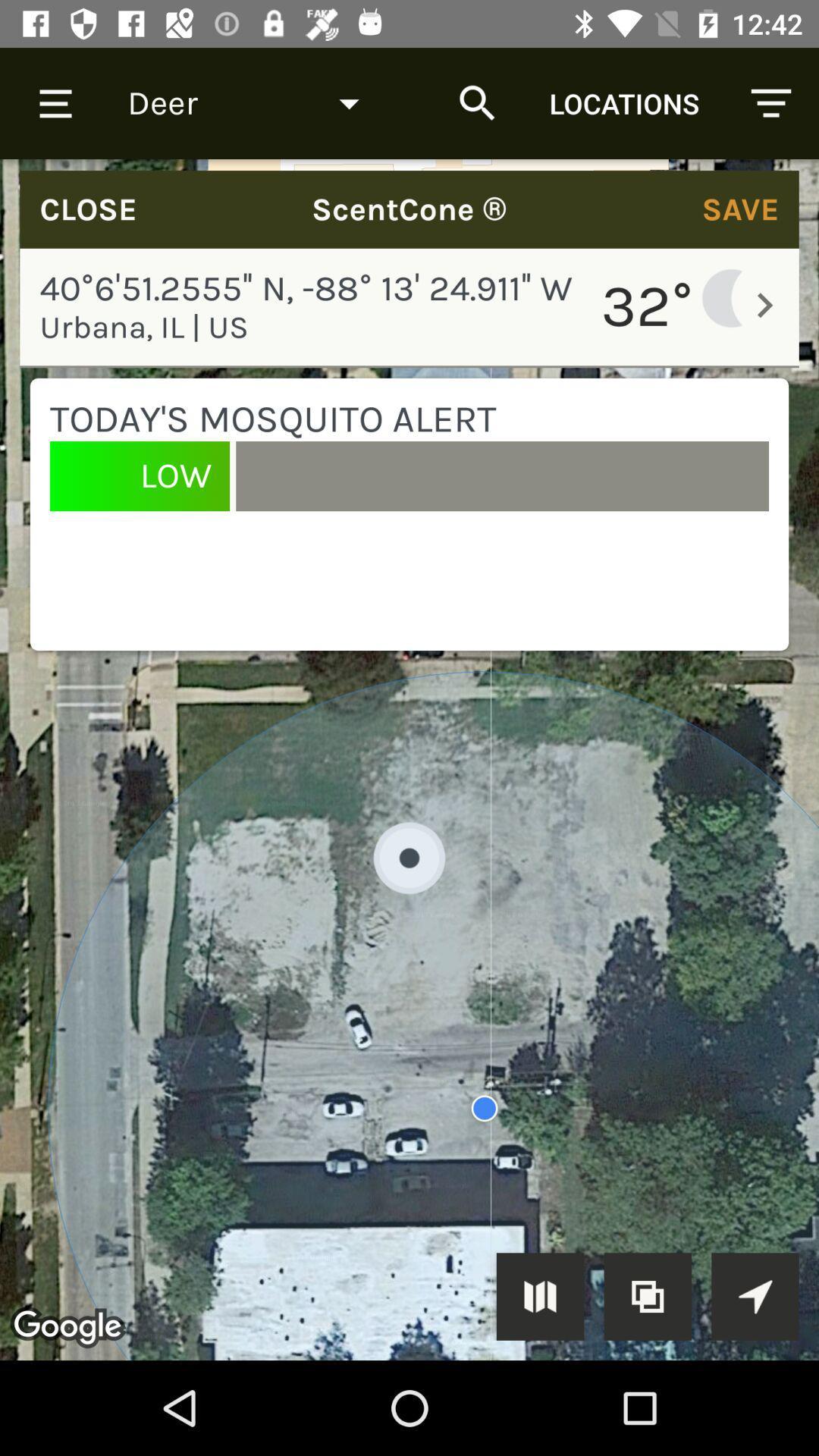 This screenshot has width=819, height=1456. I want to click on the navigation arrow, so click(755, 1295).